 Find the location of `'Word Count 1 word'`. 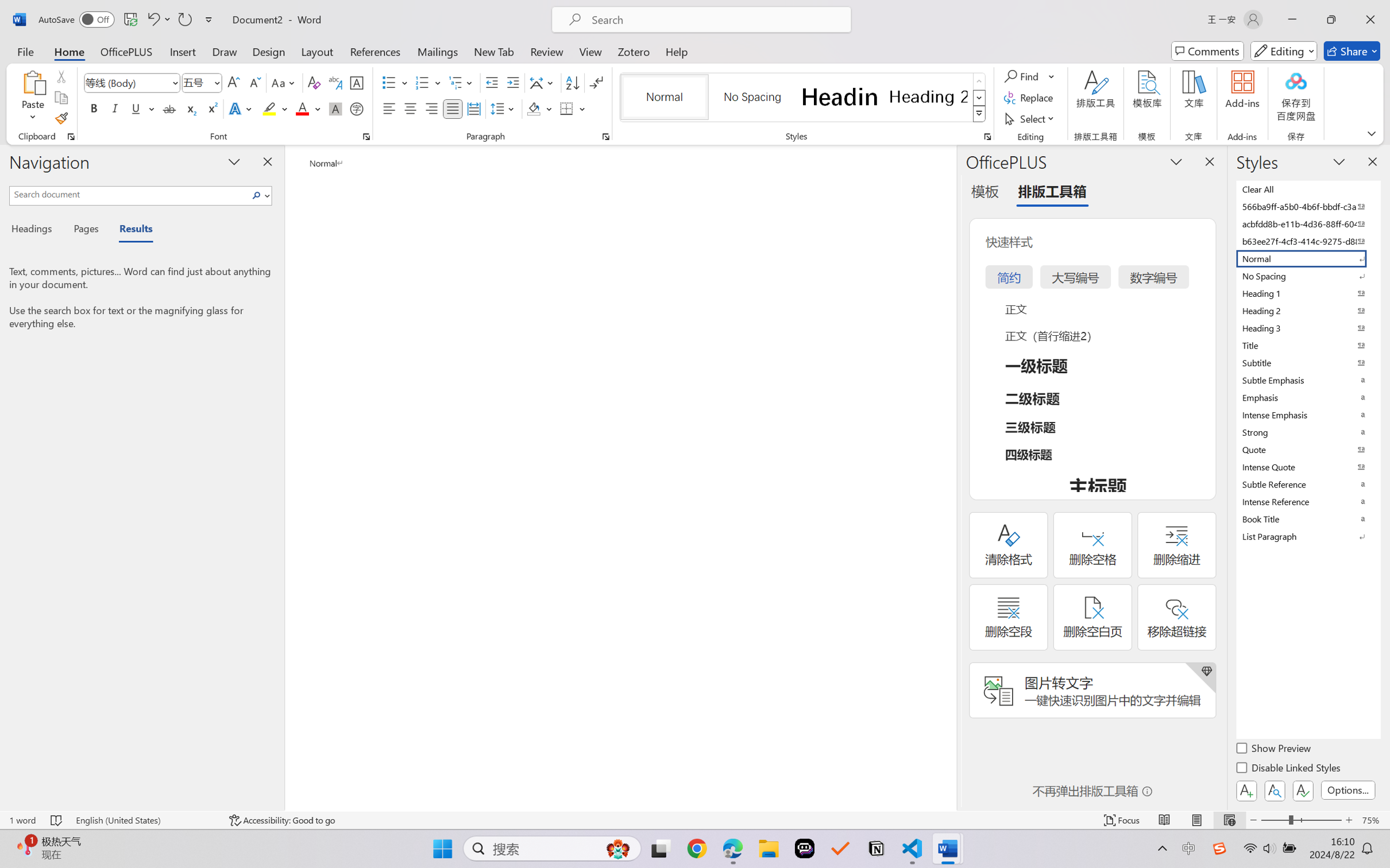

'Word Count 1 word' is located at coordinates (21, 820).